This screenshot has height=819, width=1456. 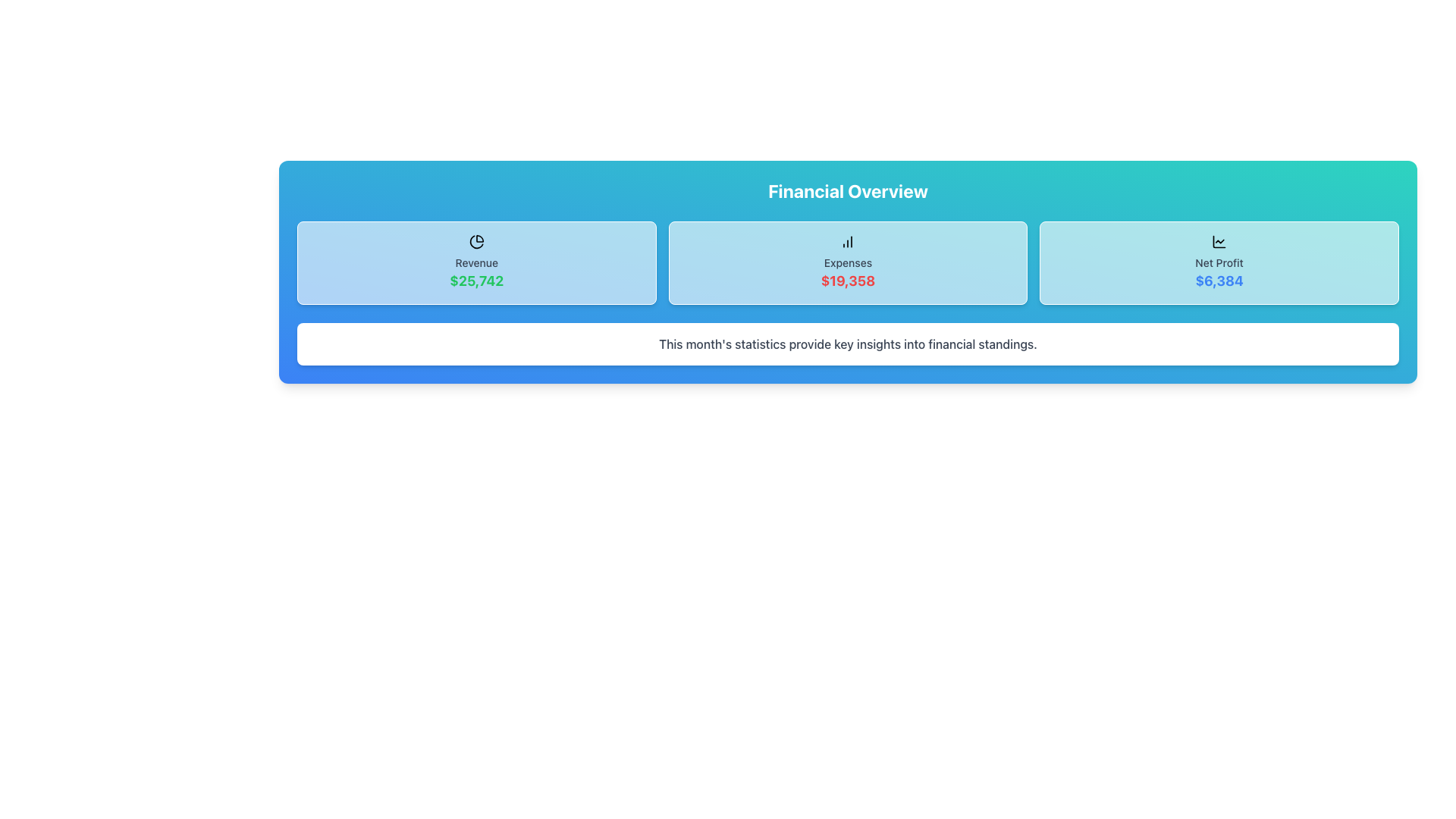 I want to click on the static text component displaying the monetary value '$25,742' in bold green font, located beneath the 'Revenue' label in the 'Financial Overview' section, so click(x=475, y=281).